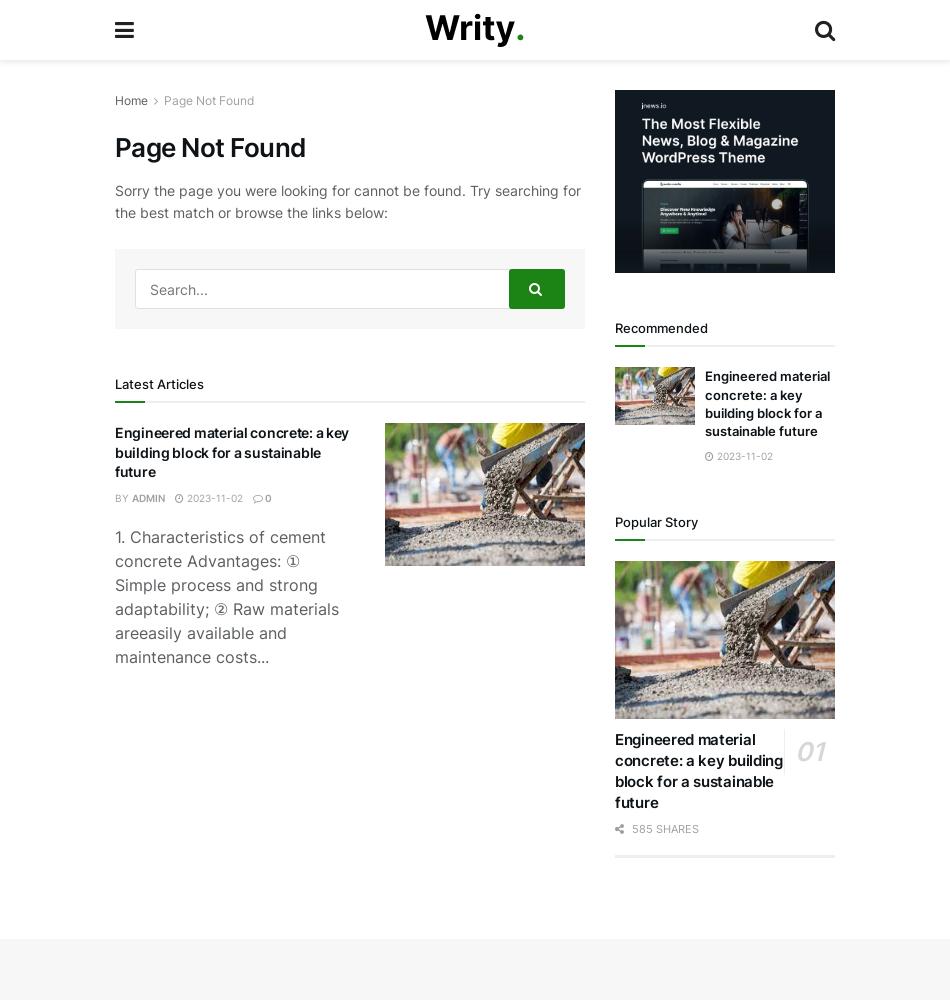 This screenshot has width=950, height=1000. Describe the element at coordinates (656, 522) in the screenshot. I see `'Popular Story'` at that location.